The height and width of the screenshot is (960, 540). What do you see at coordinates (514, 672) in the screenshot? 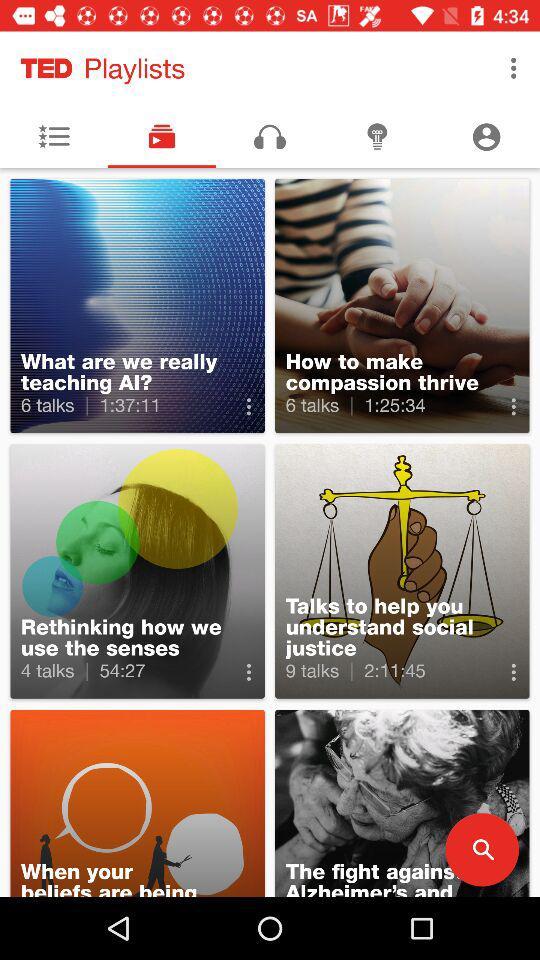
I see `more option which is on the second right side of the page` at bounding box center [514, 672].